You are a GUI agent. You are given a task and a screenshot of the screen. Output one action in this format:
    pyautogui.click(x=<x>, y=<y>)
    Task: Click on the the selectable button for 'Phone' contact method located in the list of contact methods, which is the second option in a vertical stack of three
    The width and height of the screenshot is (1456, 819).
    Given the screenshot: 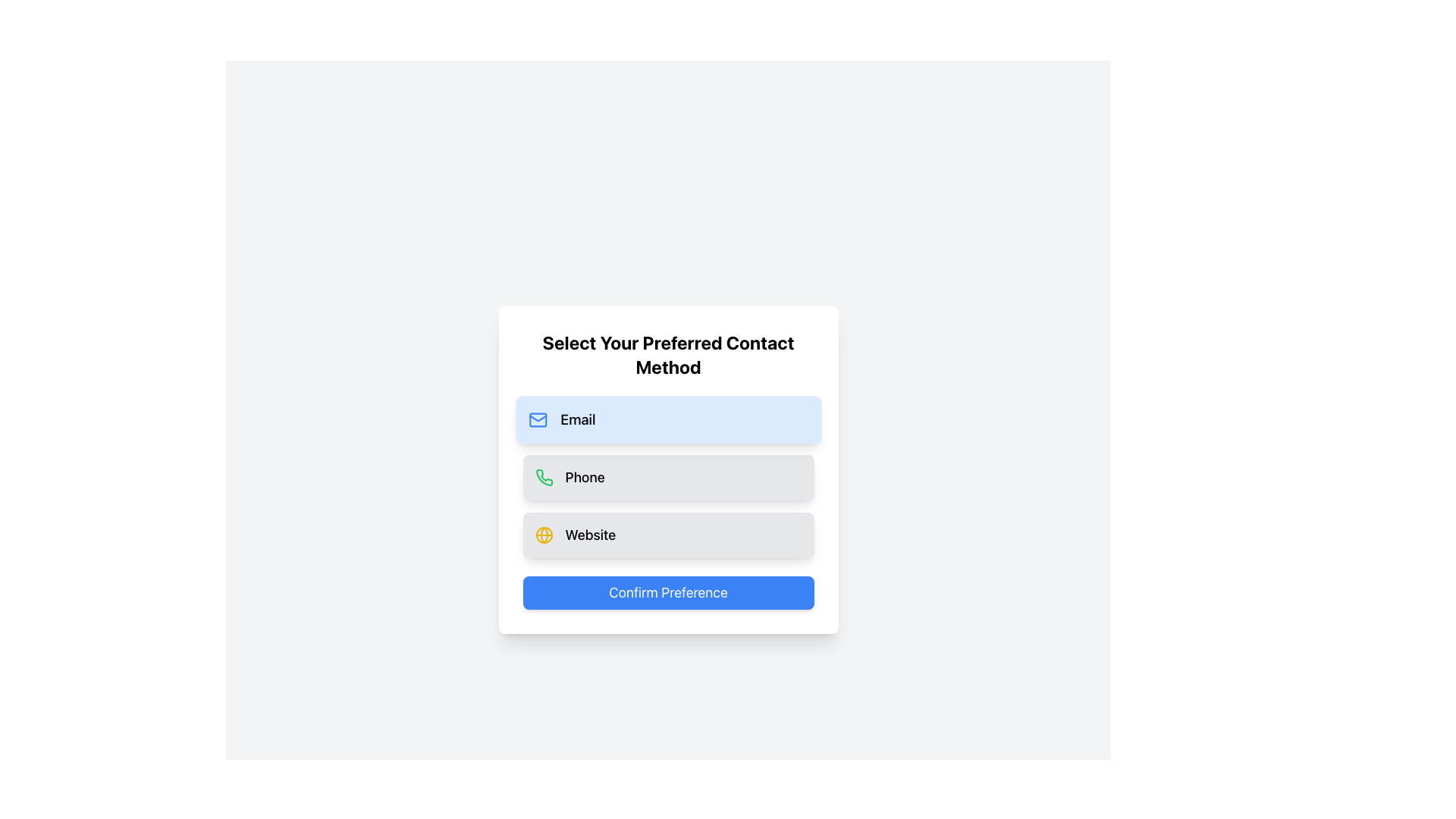 What is the action you would take?
    pyautogui.click(x=667, y=476)
    